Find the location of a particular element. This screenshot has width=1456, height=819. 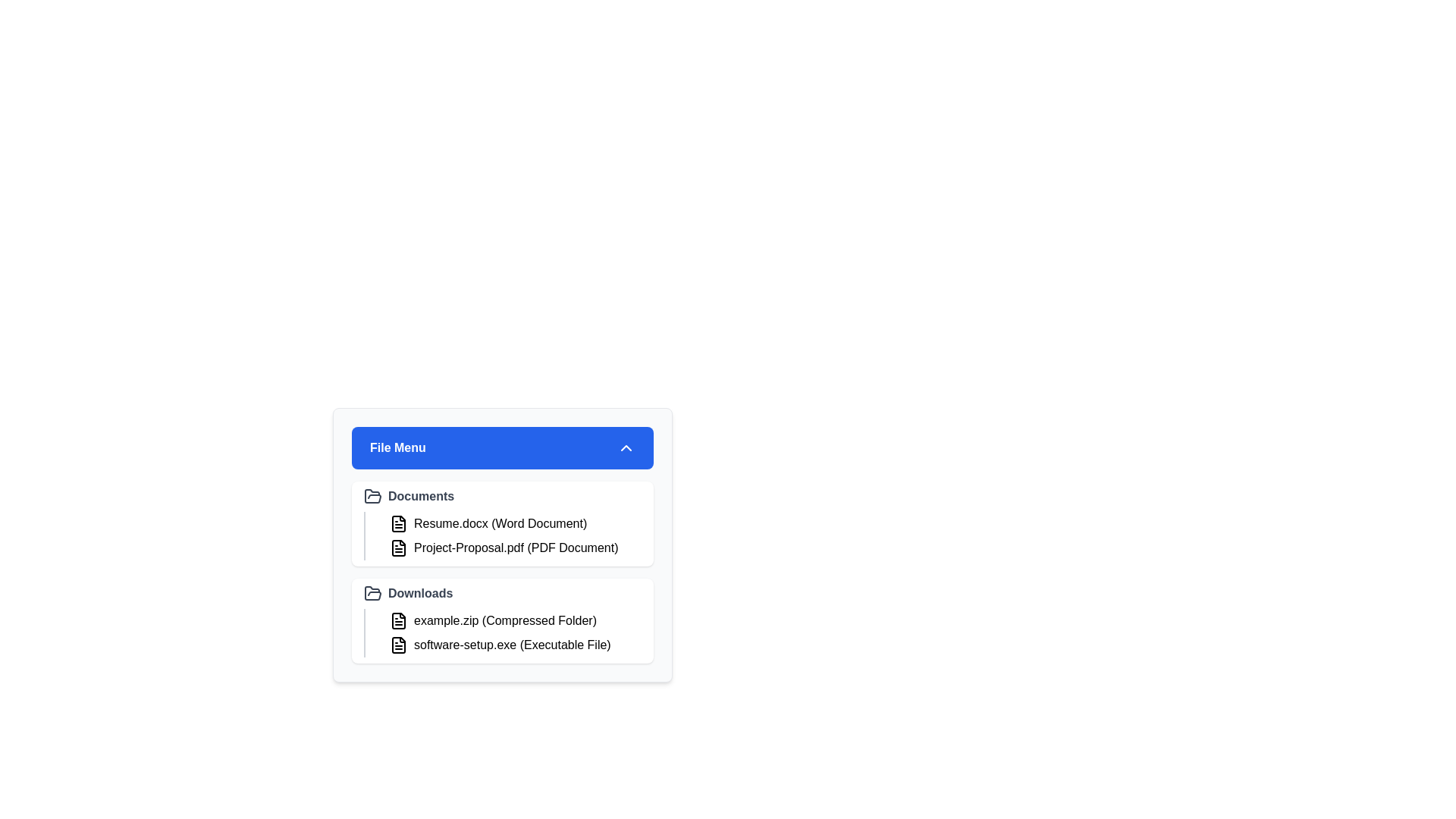

the header button to toggle the visibility of the file menu is located at coordinates (502, 447).